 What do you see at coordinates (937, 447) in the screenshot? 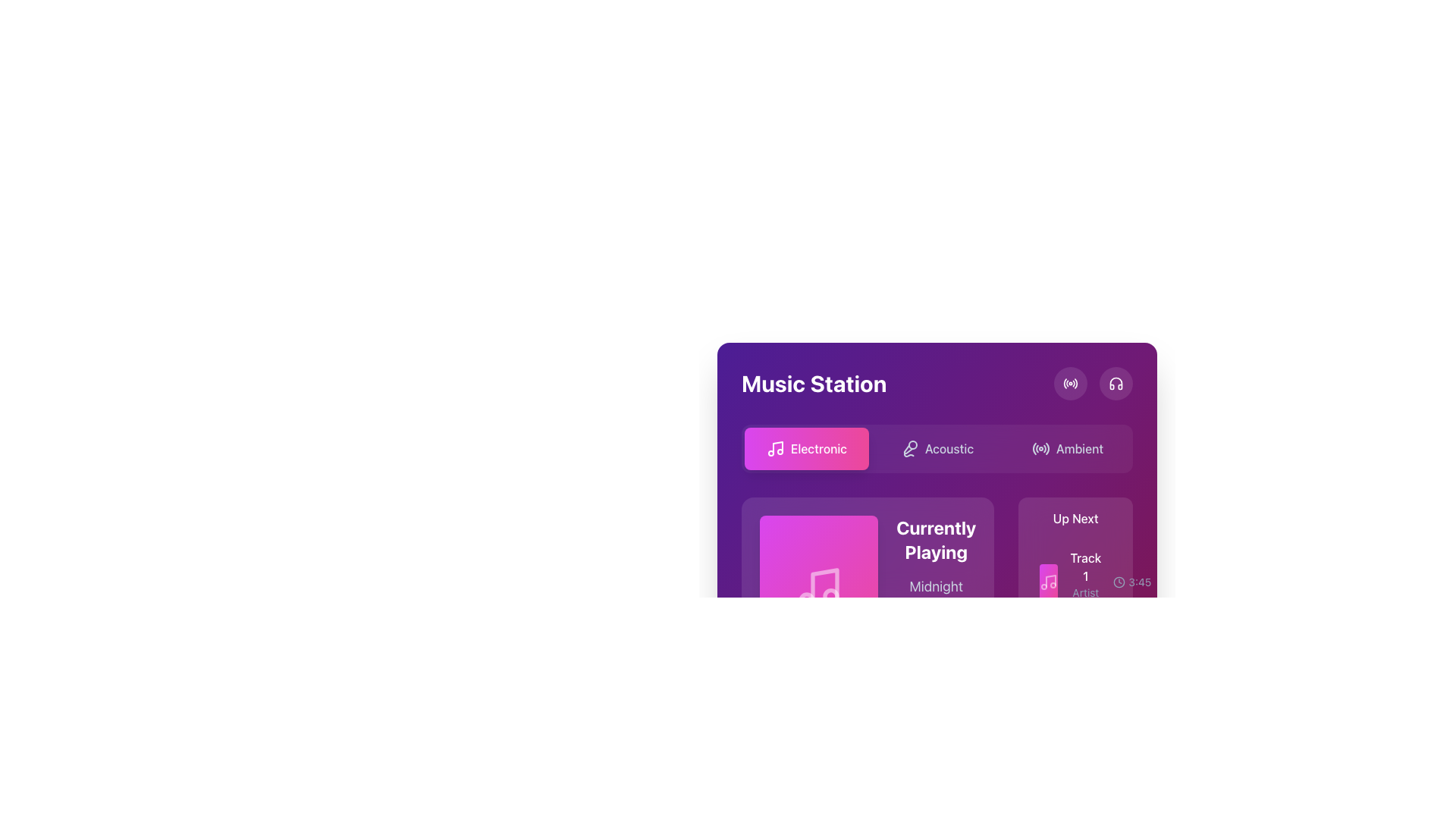
I see `the 'Acoustic' button from the group of selectable buttons for audio categories located below the heading 'Music Station'` at bounding box center [937, 447].